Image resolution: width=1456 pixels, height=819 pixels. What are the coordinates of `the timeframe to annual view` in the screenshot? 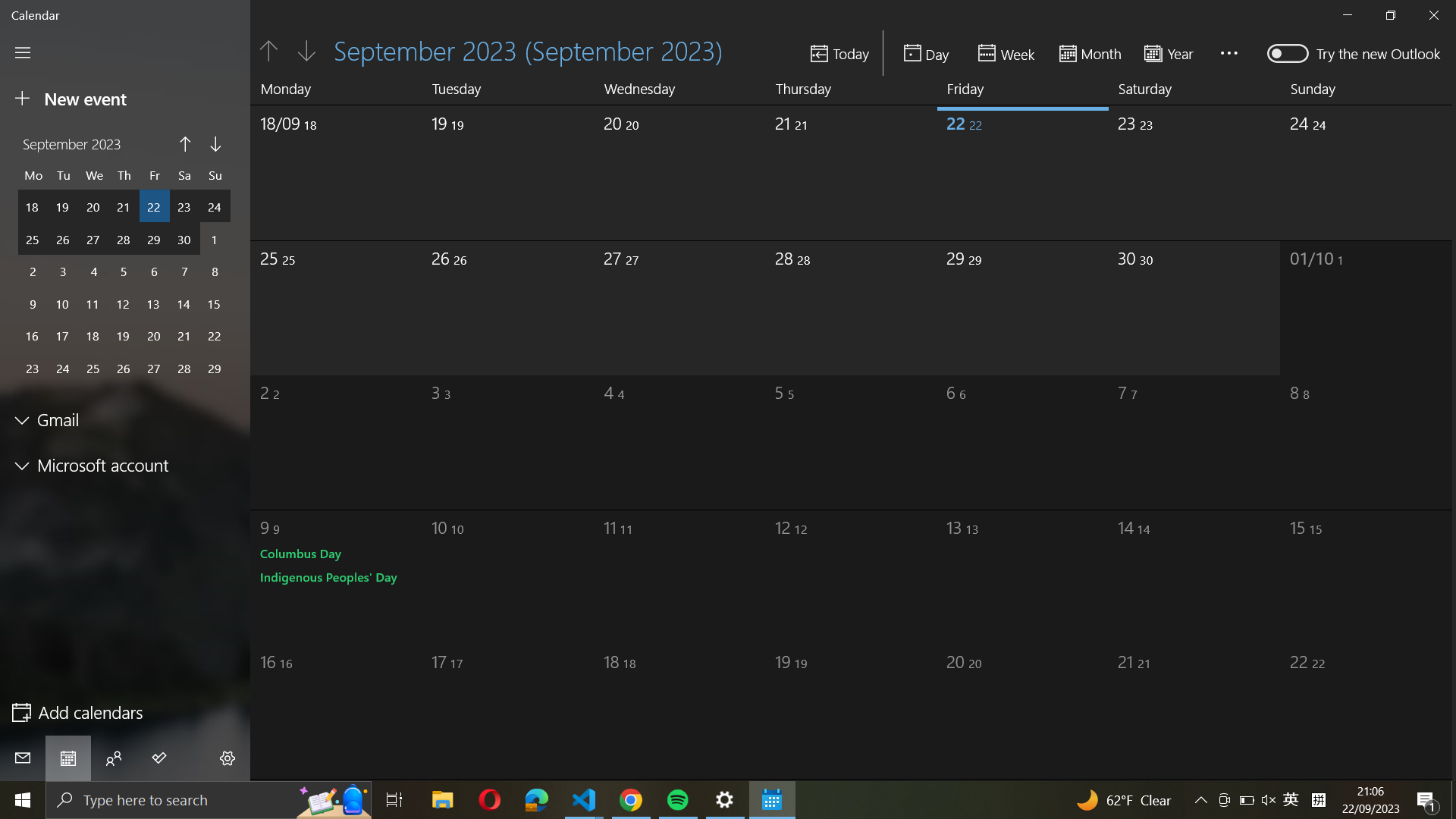 It's located at (1173, 52).